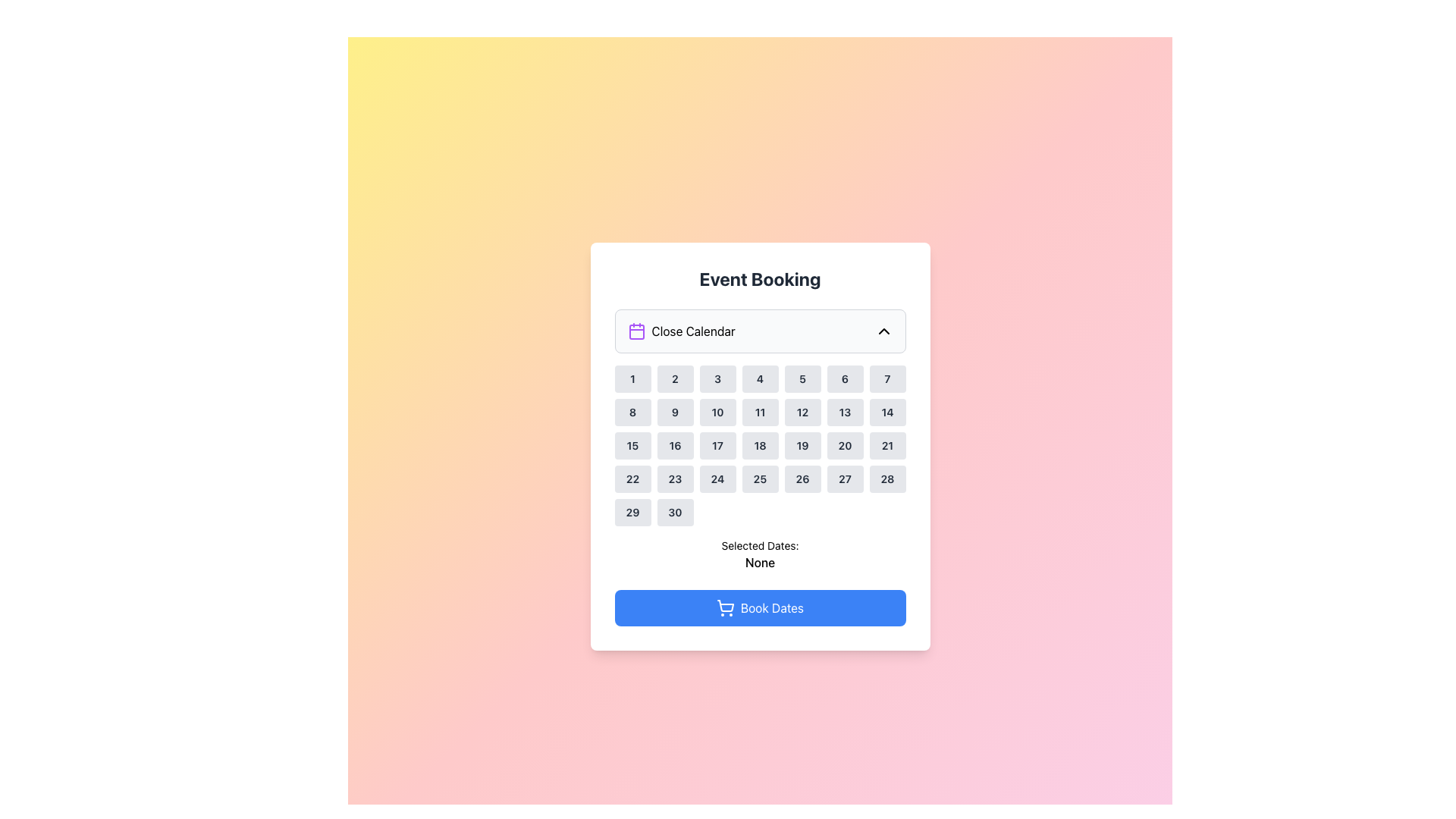 The width and height of the screenshot is (1456, 819). What do you see at coordinates (760, 562) in the screenshot?
I see `the text label displaying 'None' in bold font, located below 'Selected Dates:' and above the 'Book Dates' button` at bounding box center [760, 562].